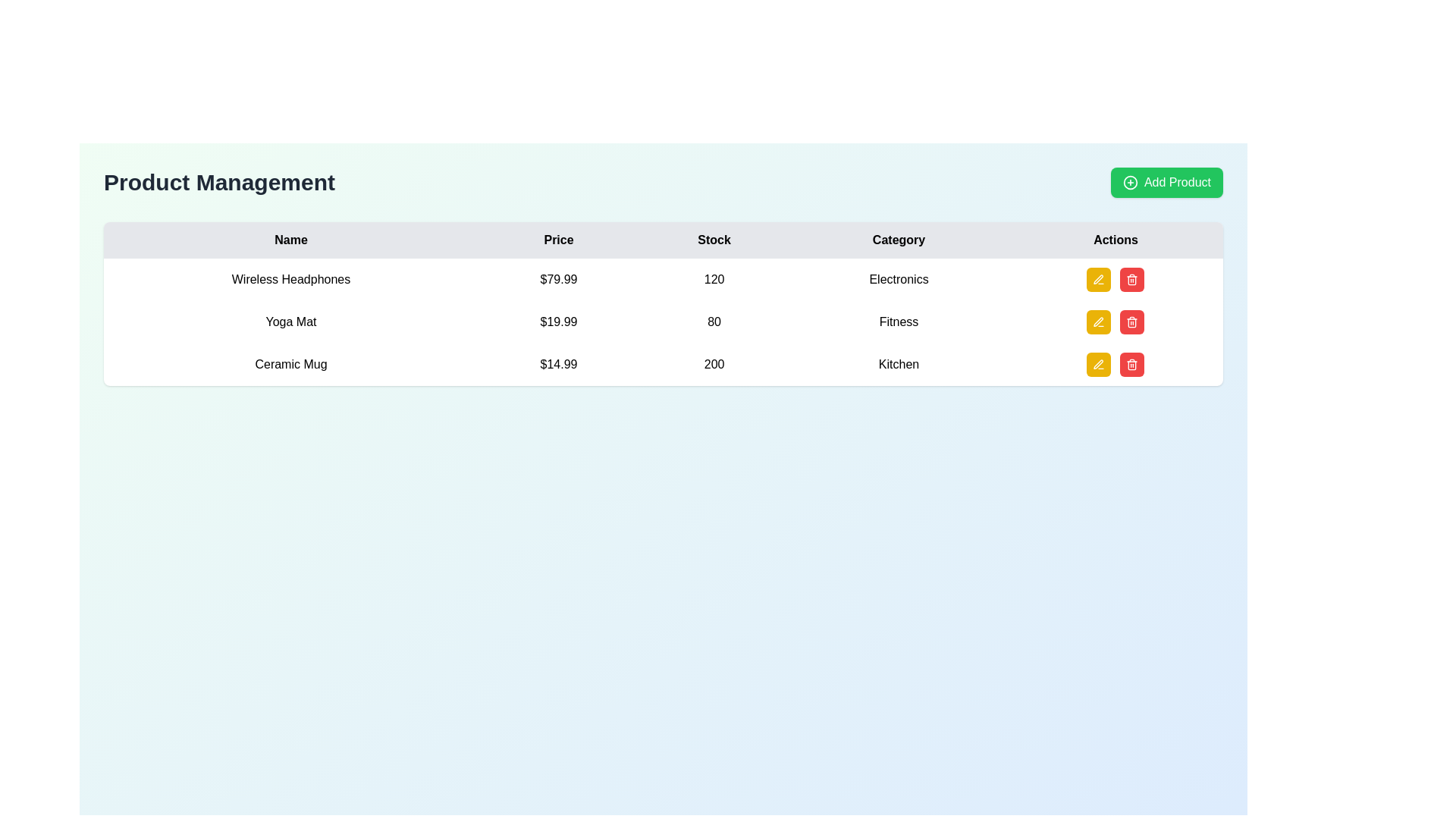  I want to click on the price text element that displays the cost of the product 'Wireless Headphones' in the second column of the first data row under the 'Price' header, so click(558, 280).